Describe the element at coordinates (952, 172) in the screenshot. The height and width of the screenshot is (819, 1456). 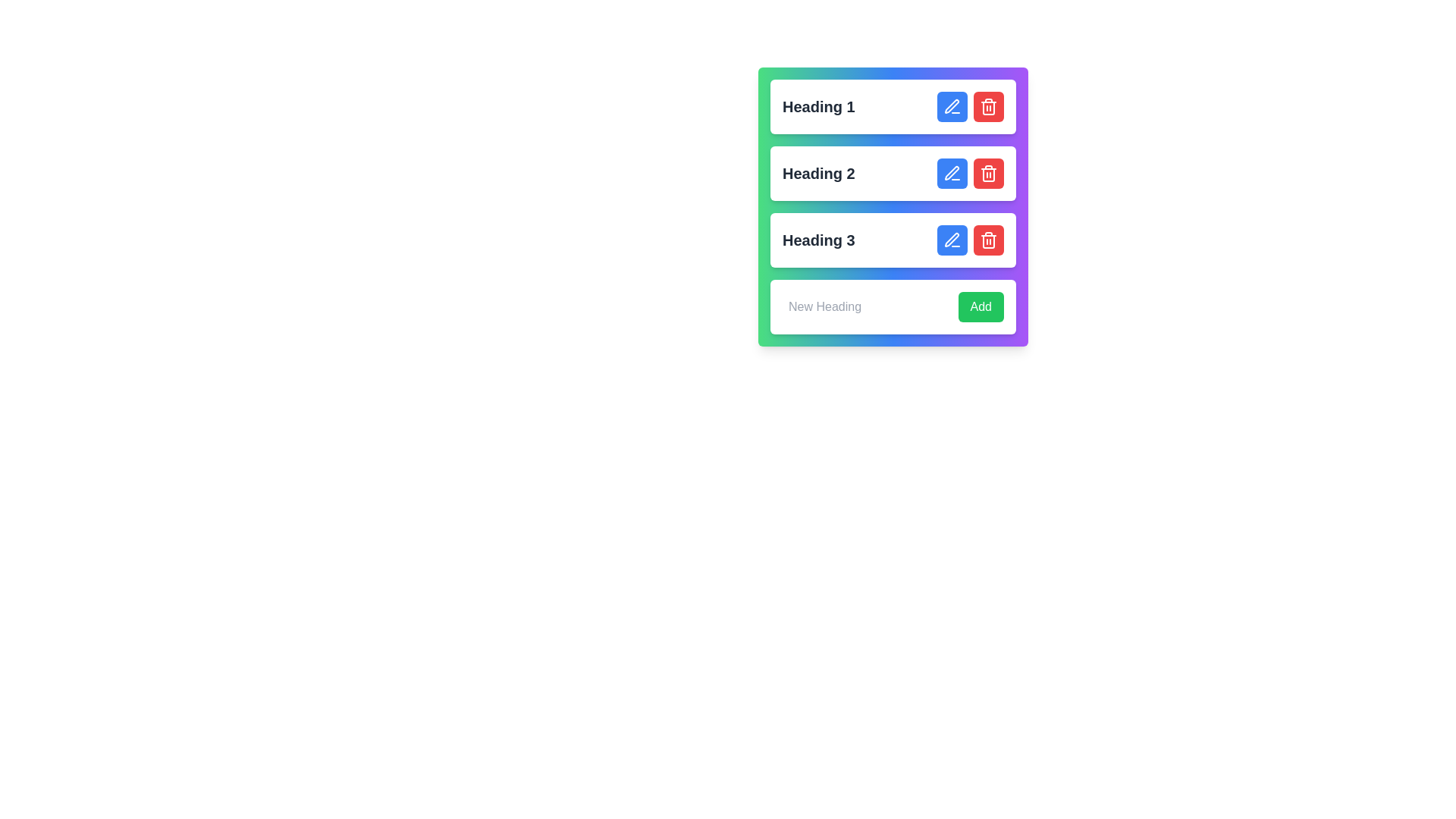
I see `the edit icon button` at that location.